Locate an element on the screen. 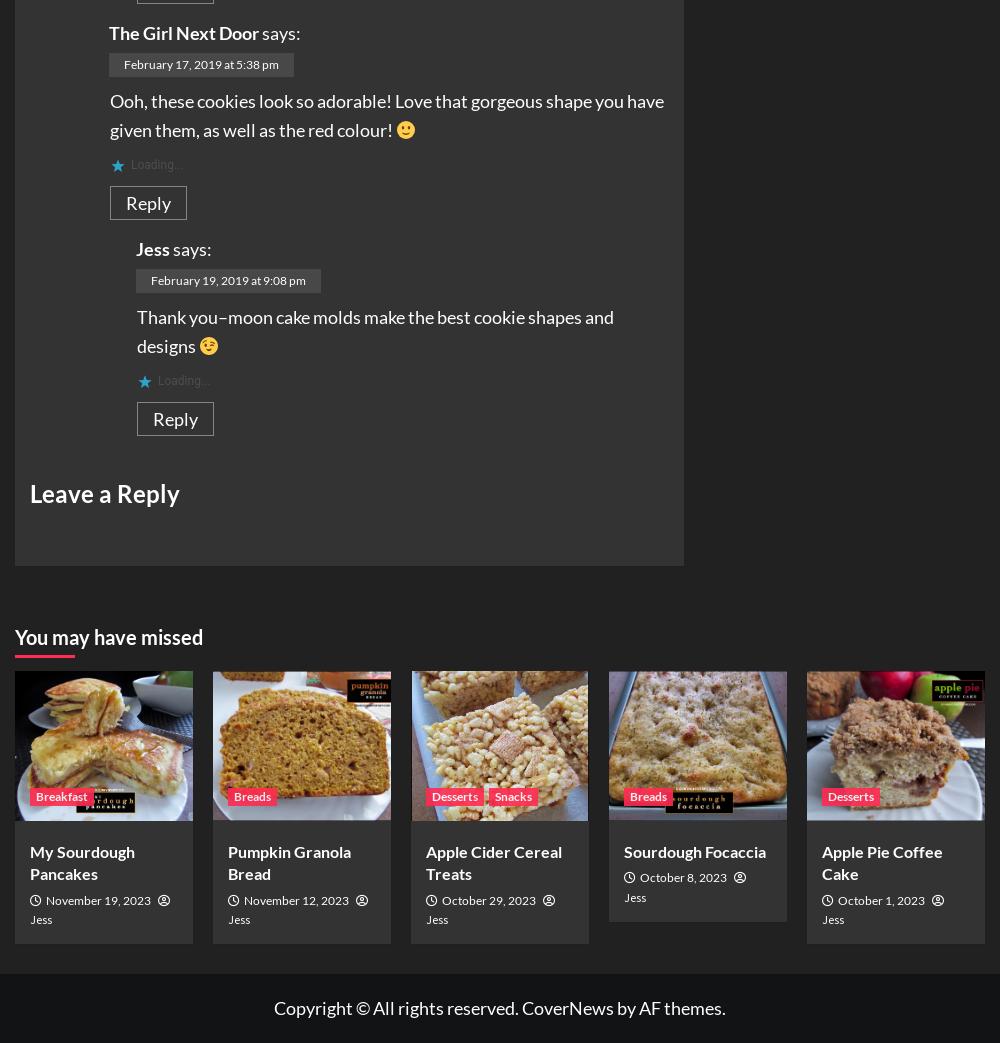  'Sourdough Focaccia' is located at coordinates (694, 850).